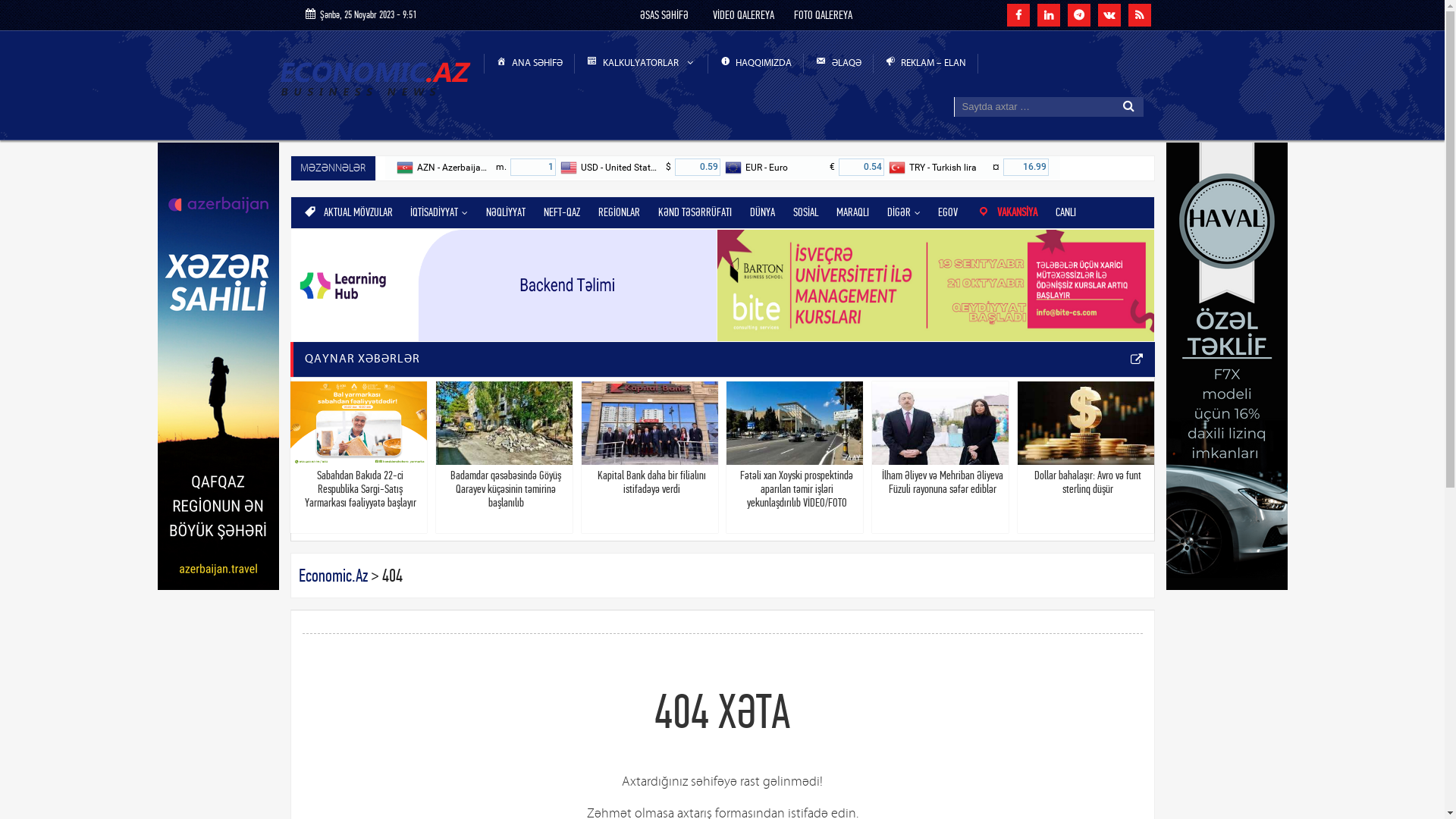  What do you see at coordinates (568, 167) in the screenshot?
I see `'United States dollar'` at bounding box center [568, 167].